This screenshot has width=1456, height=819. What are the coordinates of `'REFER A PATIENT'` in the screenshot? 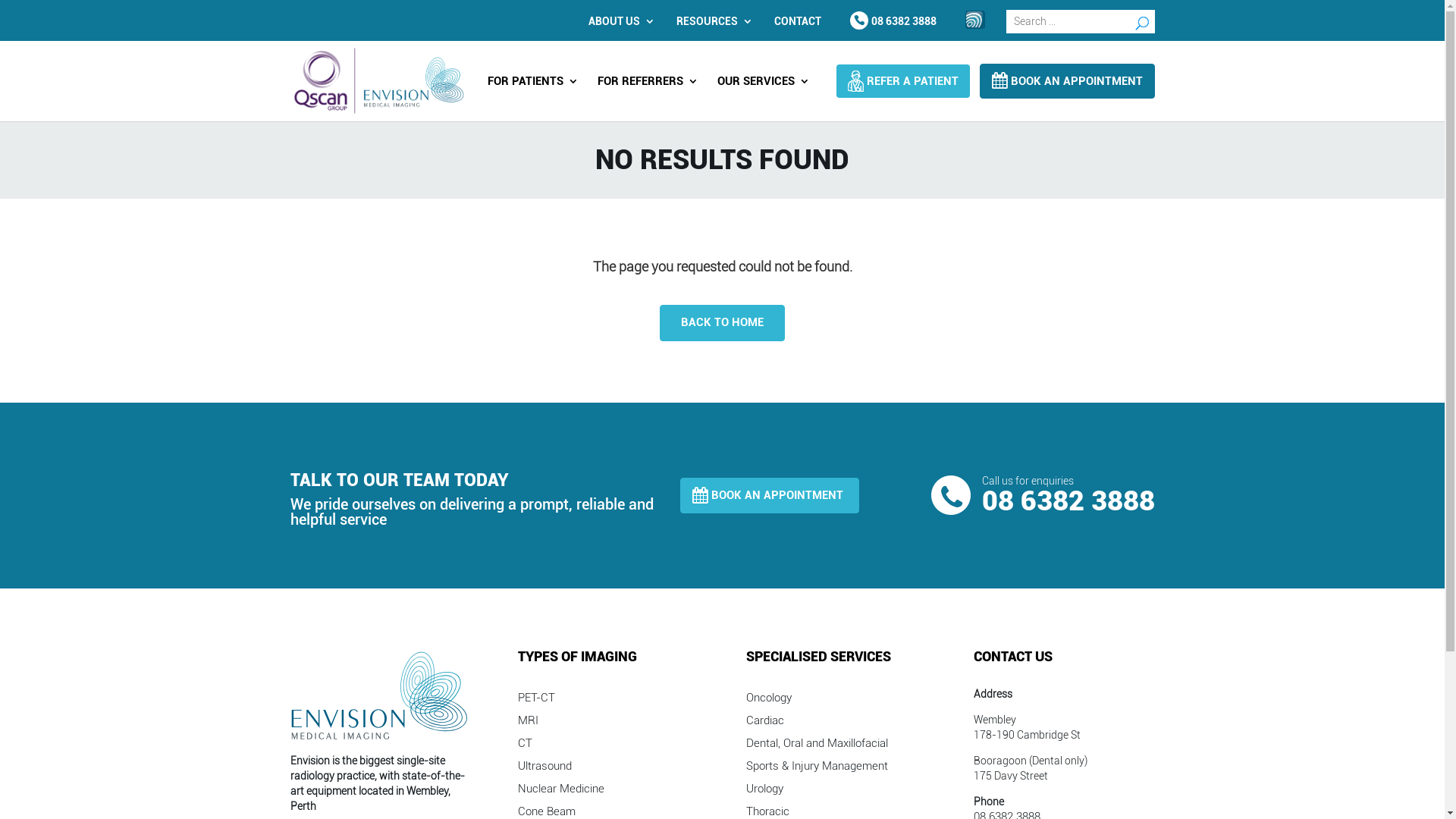 It's located at (902, 81).